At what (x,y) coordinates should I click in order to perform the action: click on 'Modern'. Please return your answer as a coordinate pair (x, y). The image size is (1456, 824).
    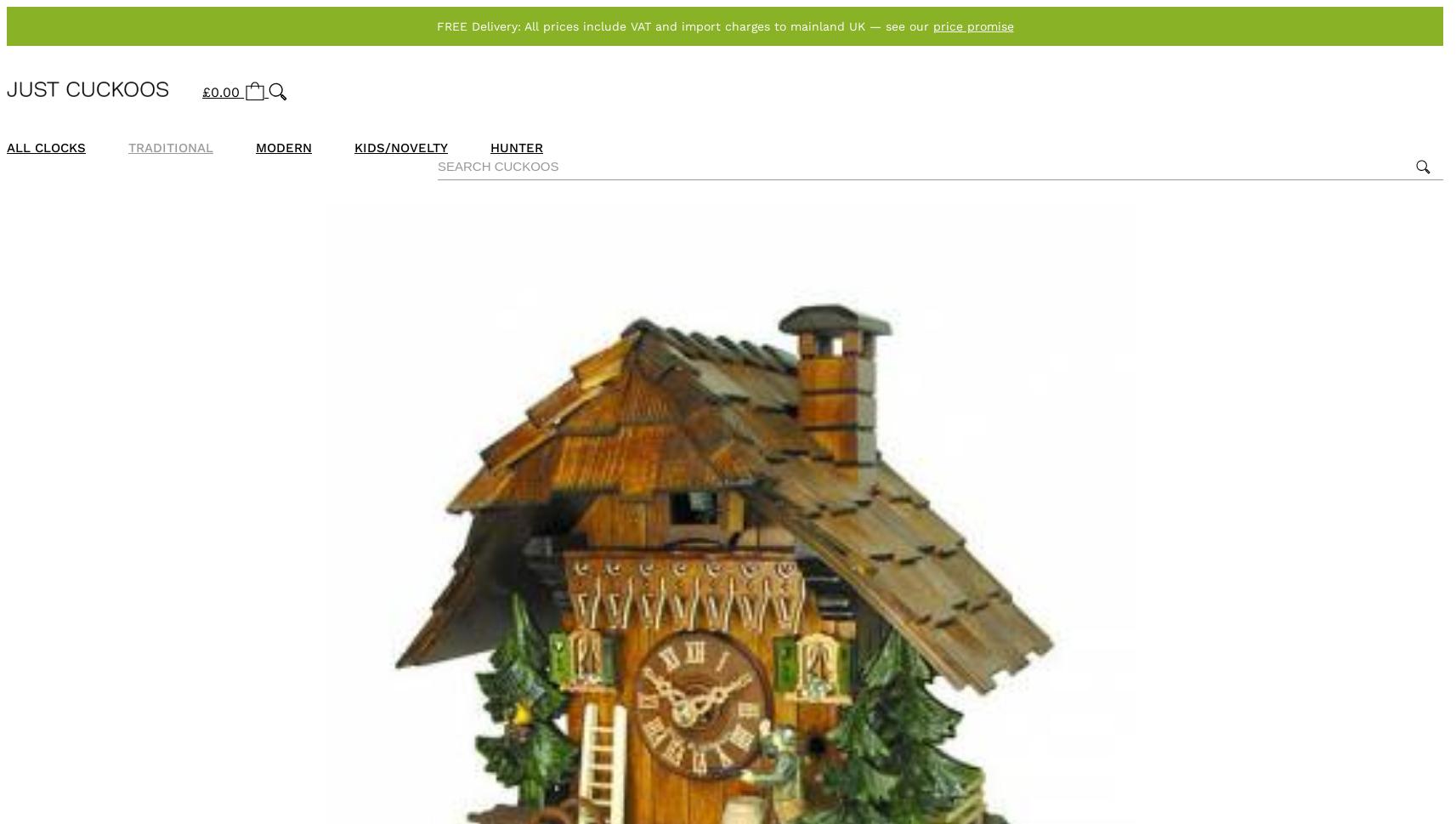
    Looking at the image, I should click on (284, 147).